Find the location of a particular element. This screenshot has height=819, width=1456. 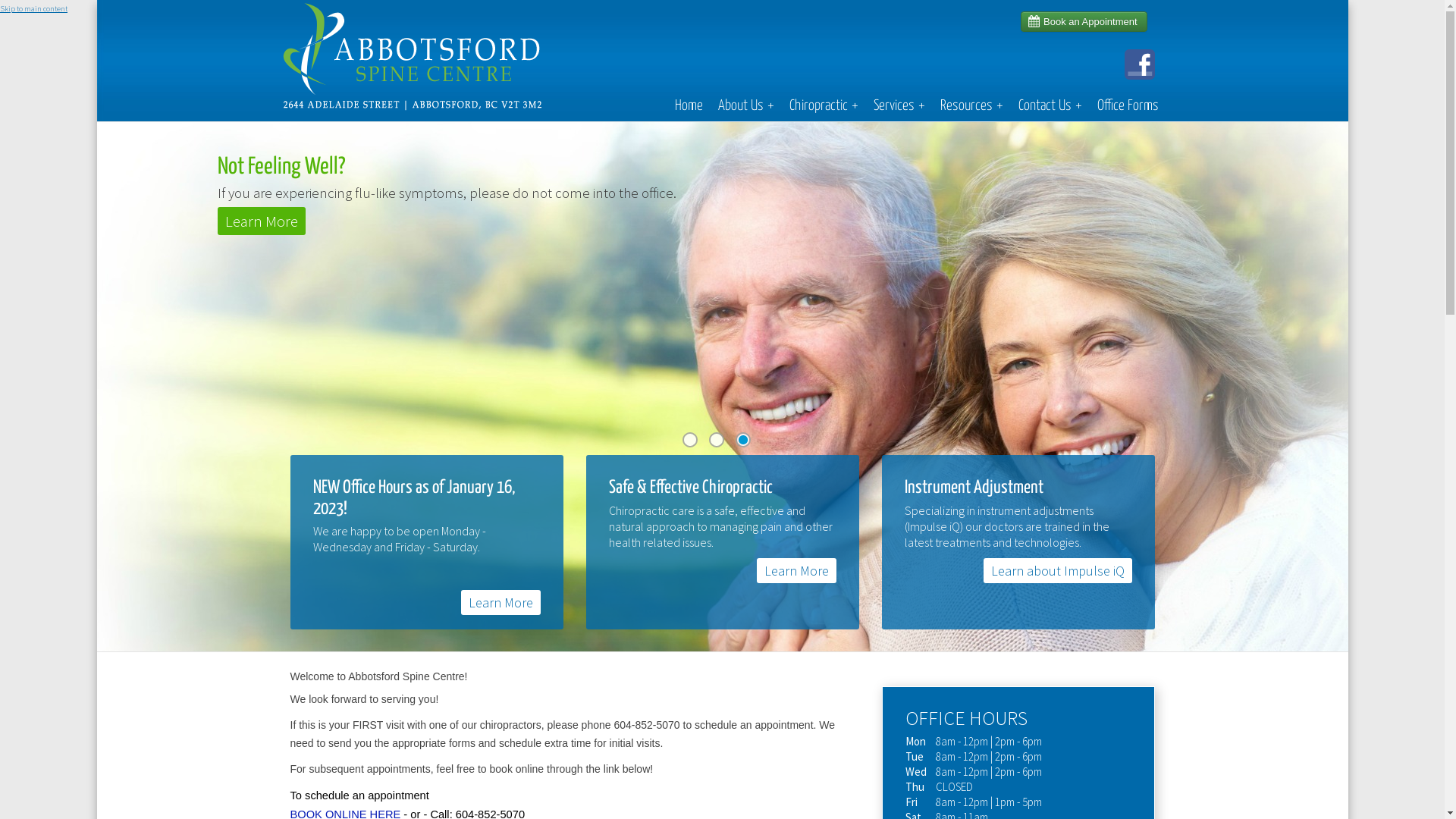

'Like Us On Facebook' is located at coordinates (271, 248).